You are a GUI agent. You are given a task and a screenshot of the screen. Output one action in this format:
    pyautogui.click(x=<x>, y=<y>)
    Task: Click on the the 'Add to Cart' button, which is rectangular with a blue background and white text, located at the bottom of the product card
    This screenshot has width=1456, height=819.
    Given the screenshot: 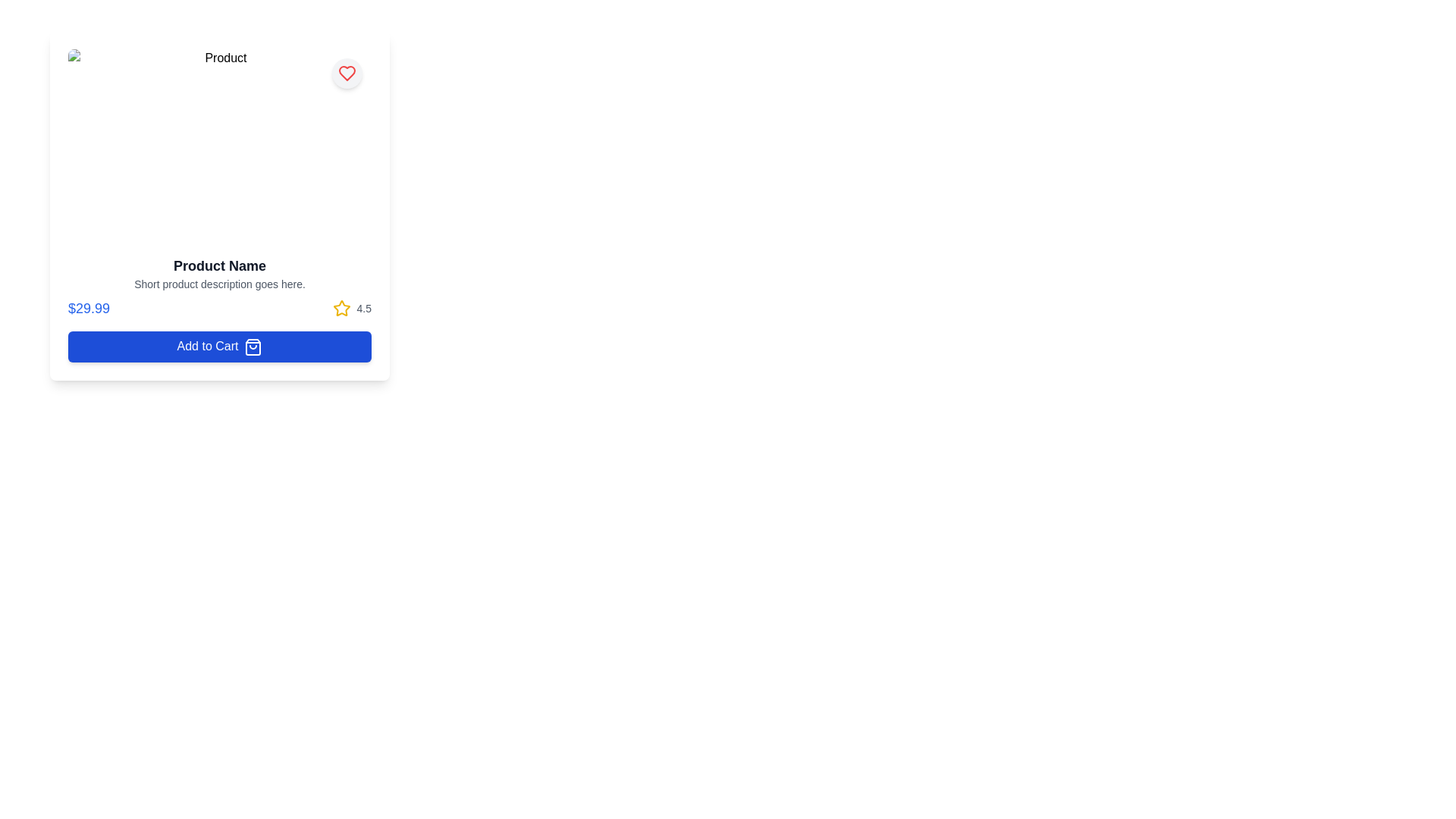 What is the action you would take?
    pyautogui.click(x=218, y=346)
    